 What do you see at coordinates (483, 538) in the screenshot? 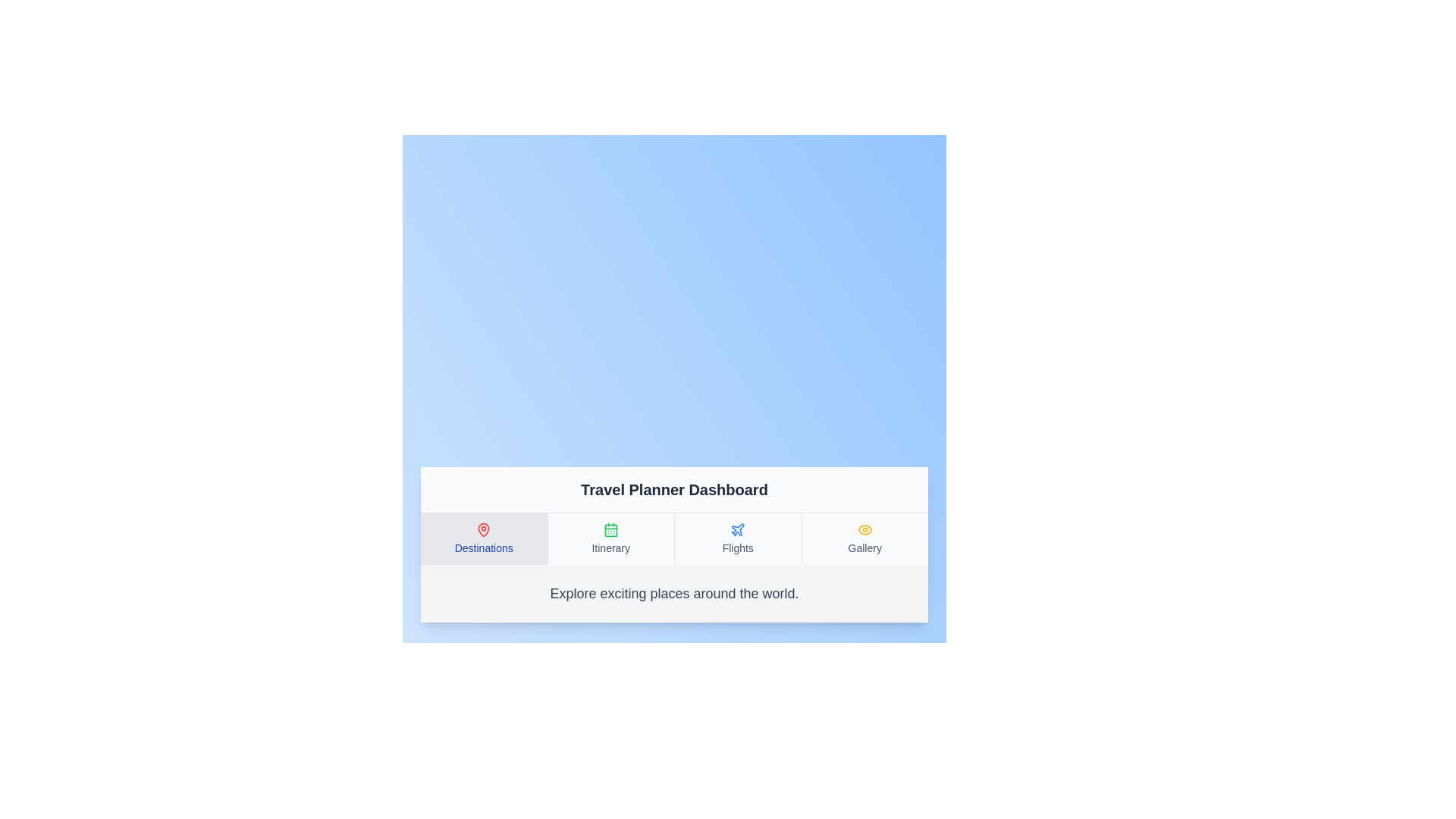
I see `the navigation button for viewing or exploring destinations in the application` at bounding box center [483, 538].